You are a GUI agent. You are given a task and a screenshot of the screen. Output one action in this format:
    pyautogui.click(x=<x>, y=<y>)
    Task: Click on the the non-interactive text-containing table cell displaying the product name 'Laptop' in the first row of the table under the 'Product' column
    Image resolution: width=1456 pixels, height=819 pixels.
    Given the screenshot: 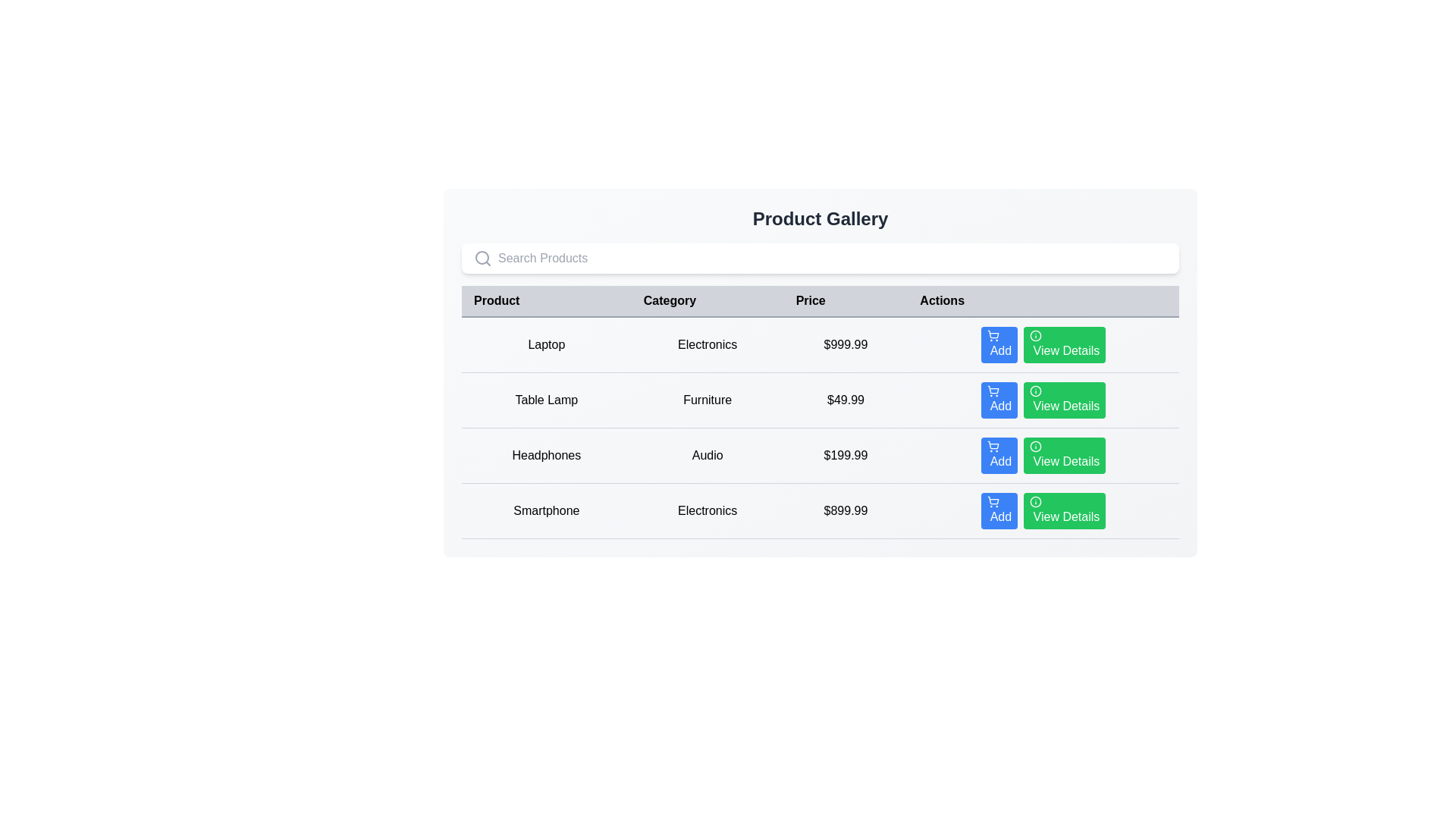 What is the action you would take?
    pyautogui.click(x=546, y=344)
    